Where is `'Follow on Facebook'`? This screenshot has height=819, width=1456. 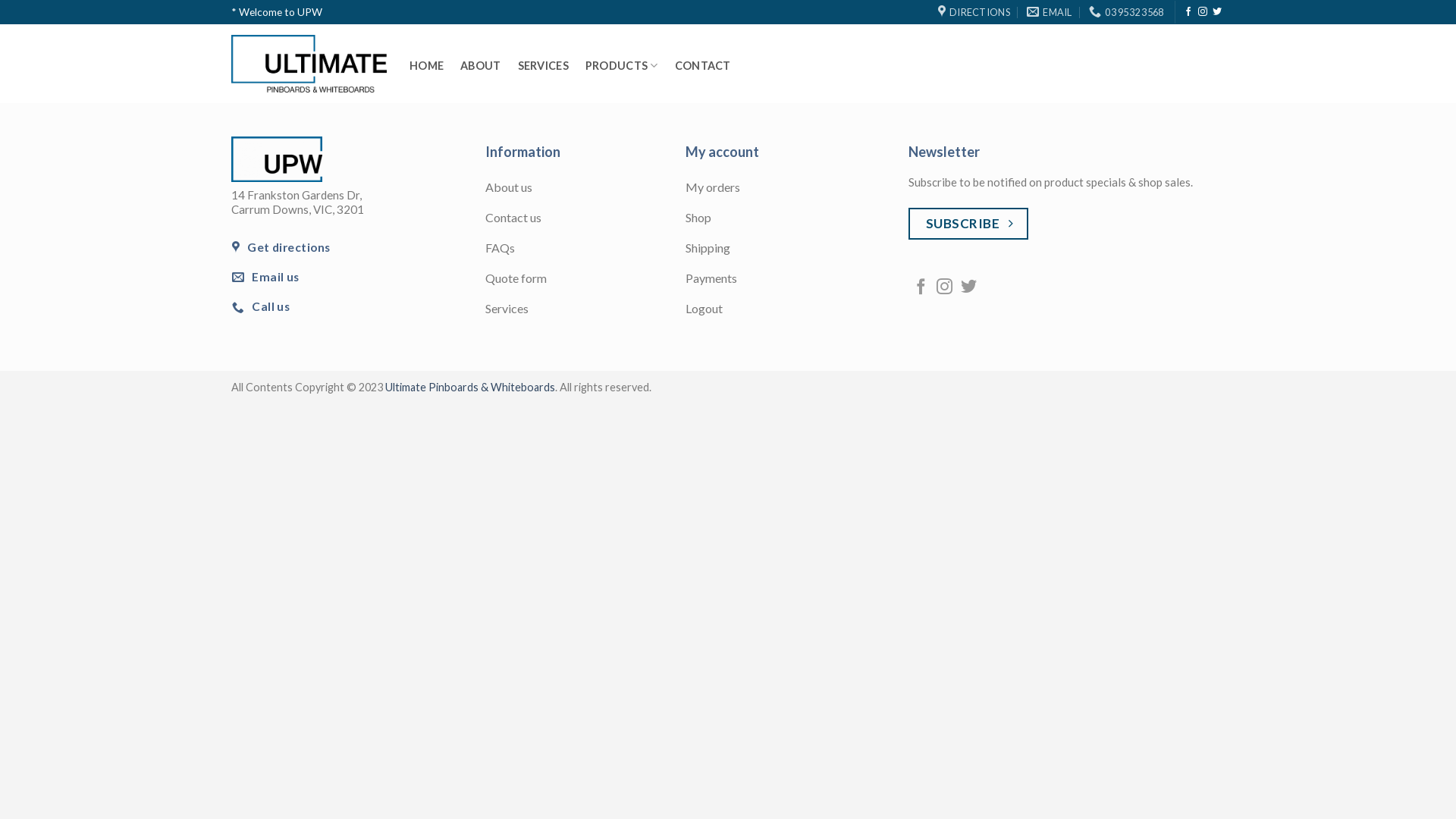
'Follow on Facebook' is located at coordinates (920, 287).